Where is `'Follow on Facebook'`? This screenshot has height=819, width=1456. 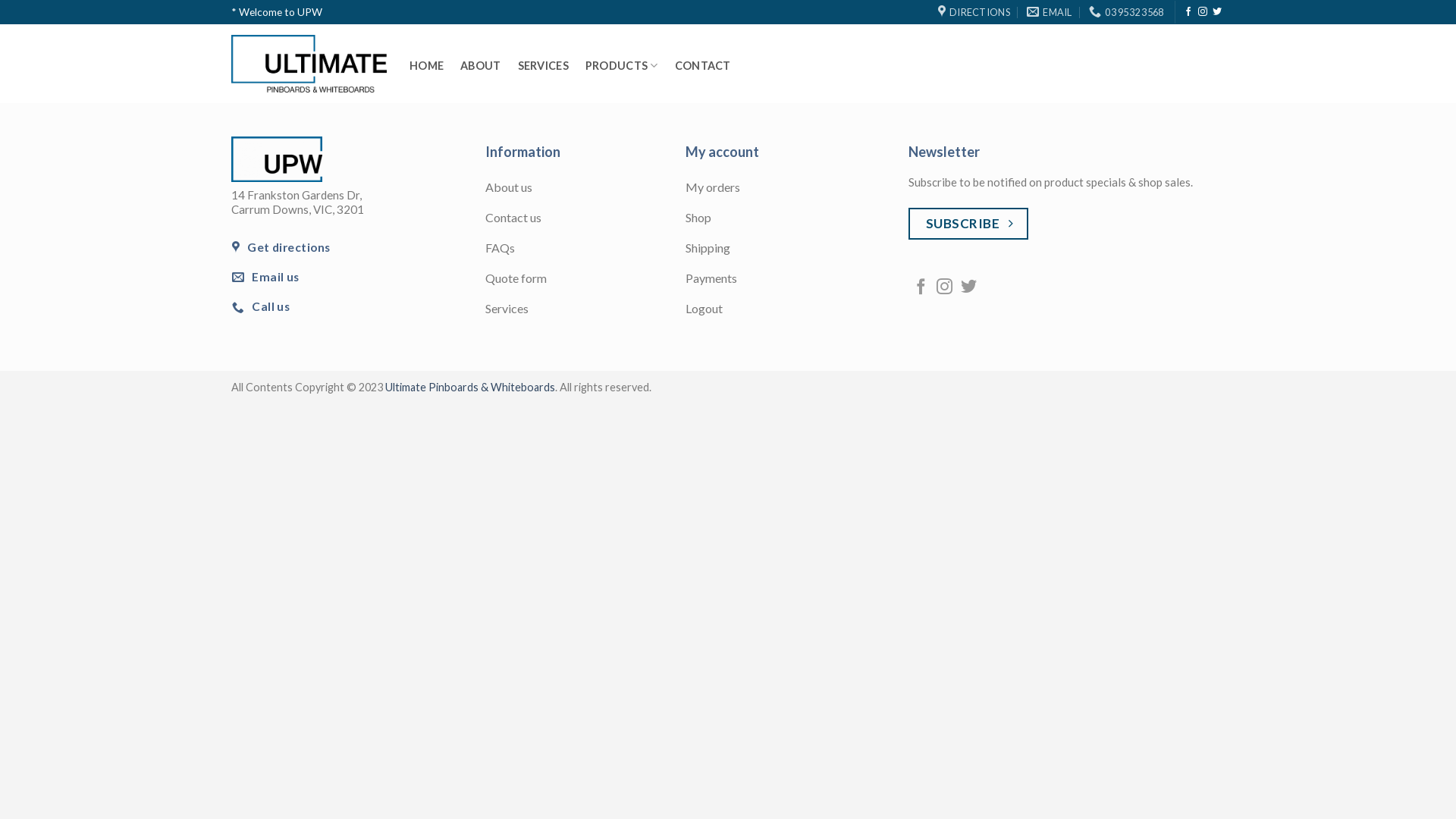
'Follow on Facebook' is located at coordinates (920, 287).